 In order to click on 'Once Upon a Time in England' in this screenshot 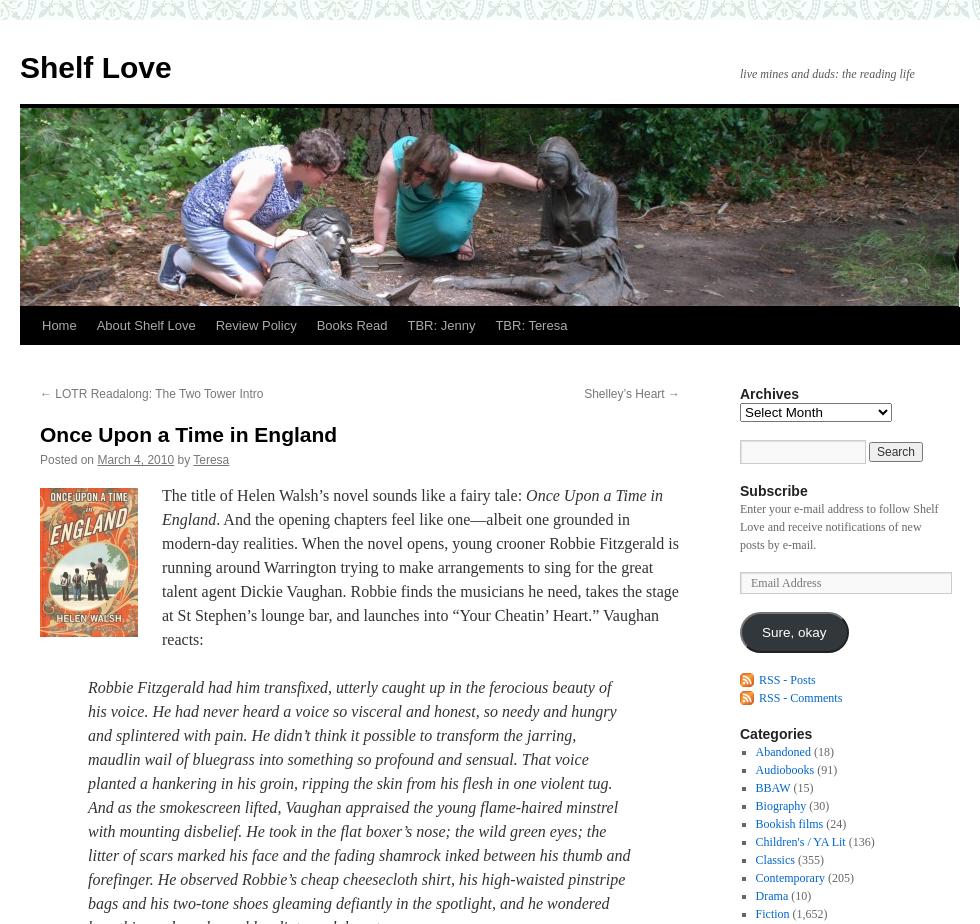, I will do `click(188, 434)`.